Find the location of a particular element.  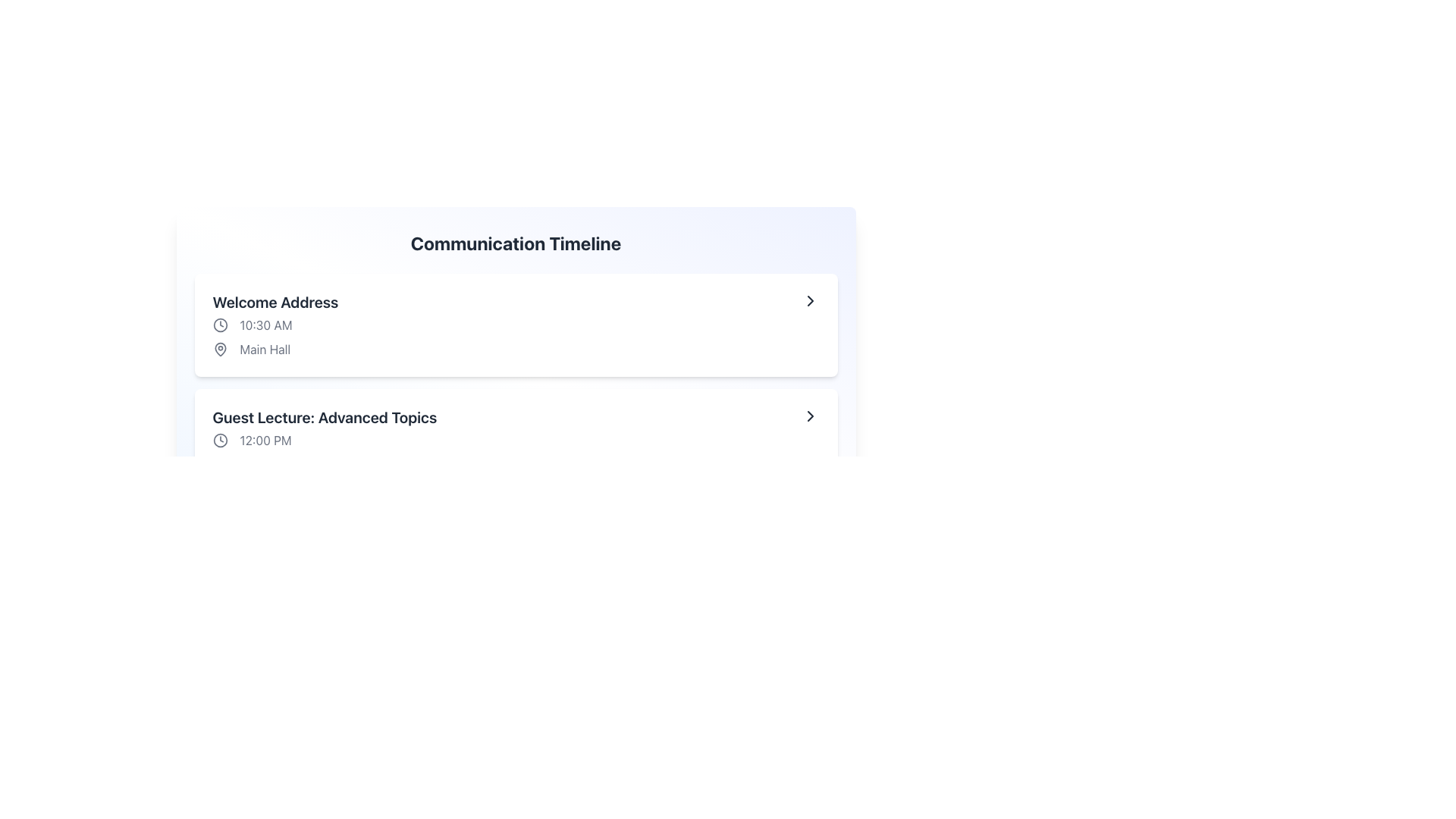

the first event card in the 'Communication Timeline' section is located at coordinates (516, 324).